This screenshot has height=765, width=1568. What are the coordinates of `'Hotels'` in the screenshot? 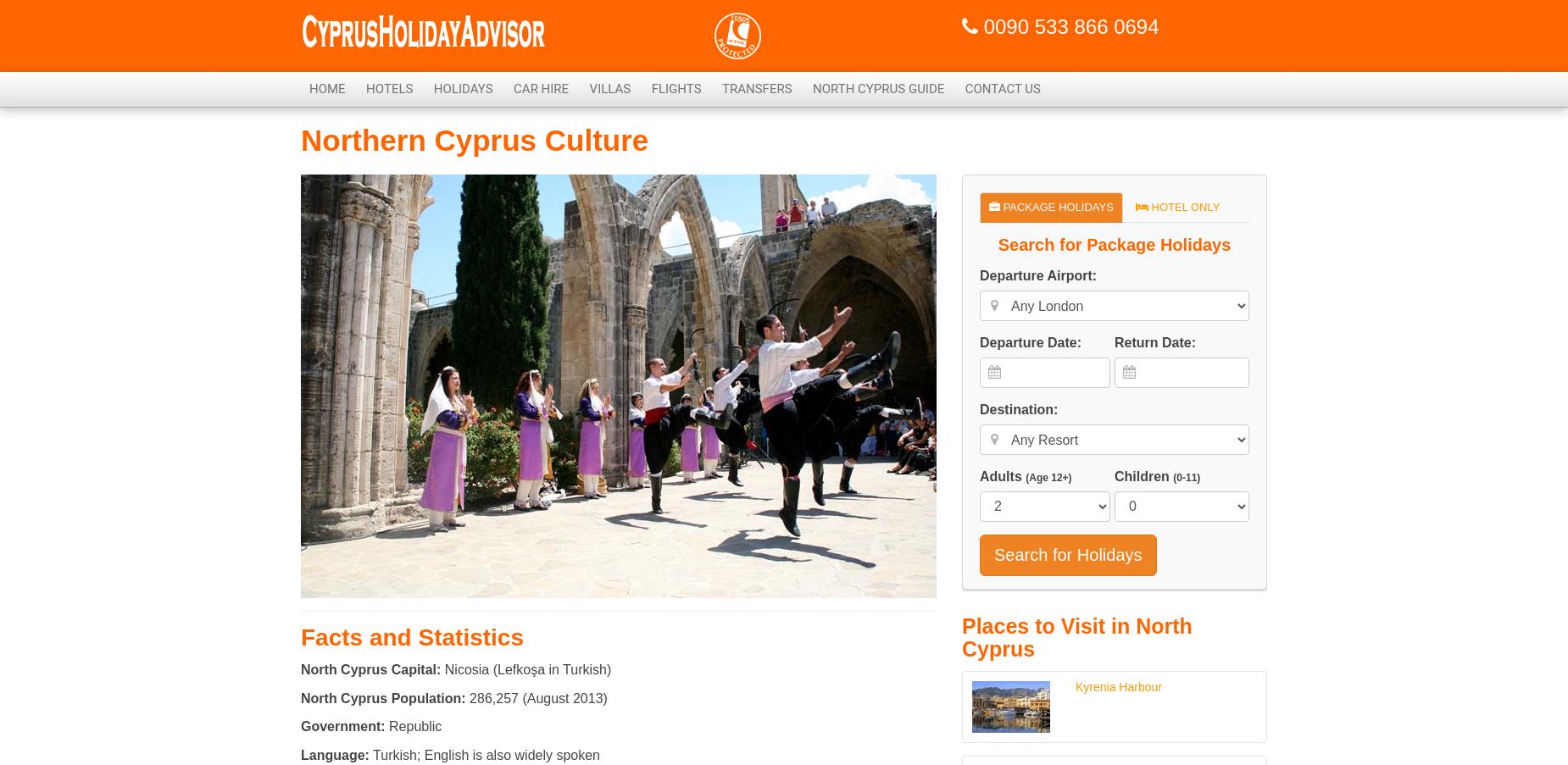 It's located at (364, 89).